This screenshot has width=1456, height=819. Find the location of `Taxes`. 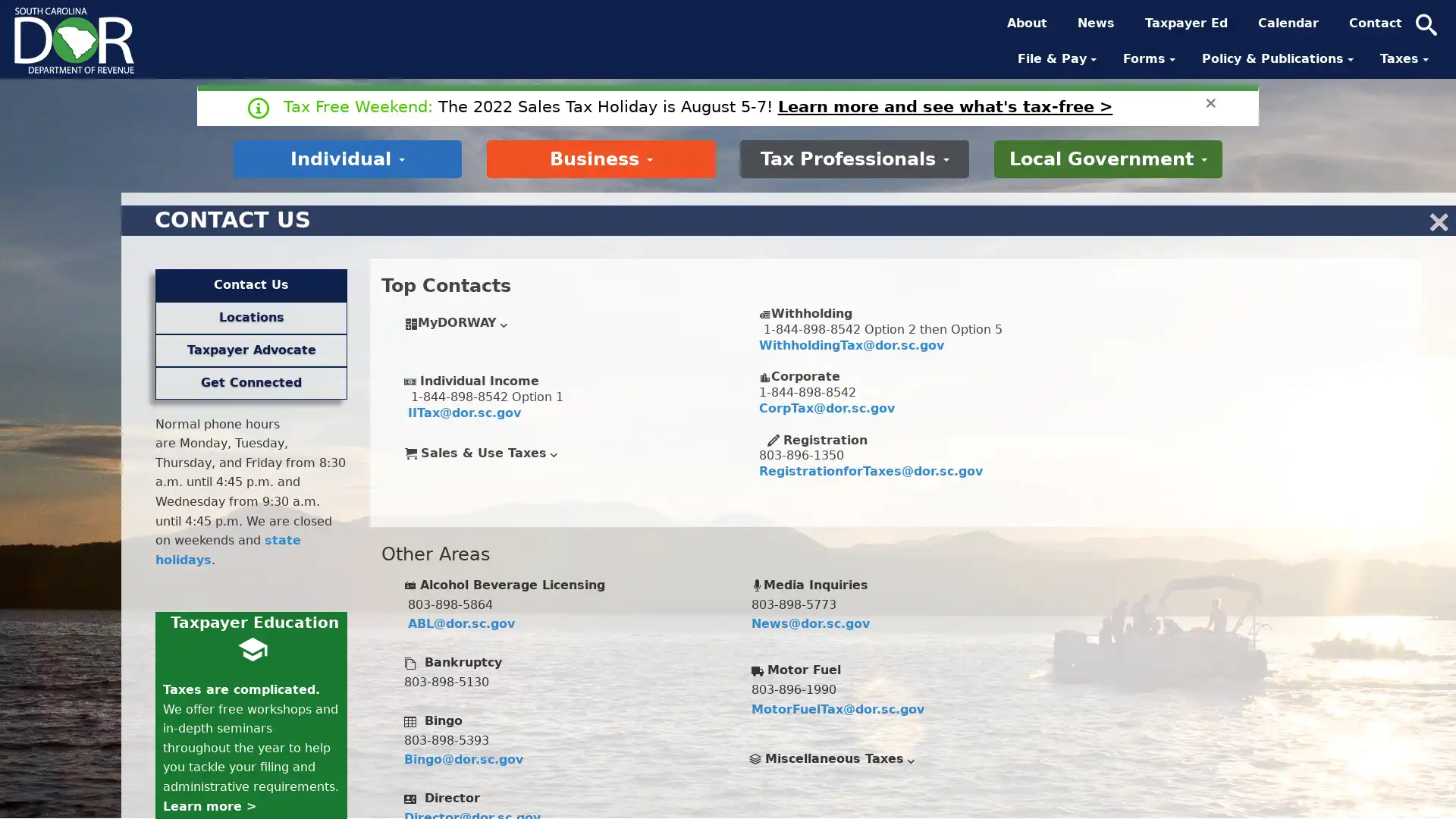

Taxes is located at coordinates (1405, 58).